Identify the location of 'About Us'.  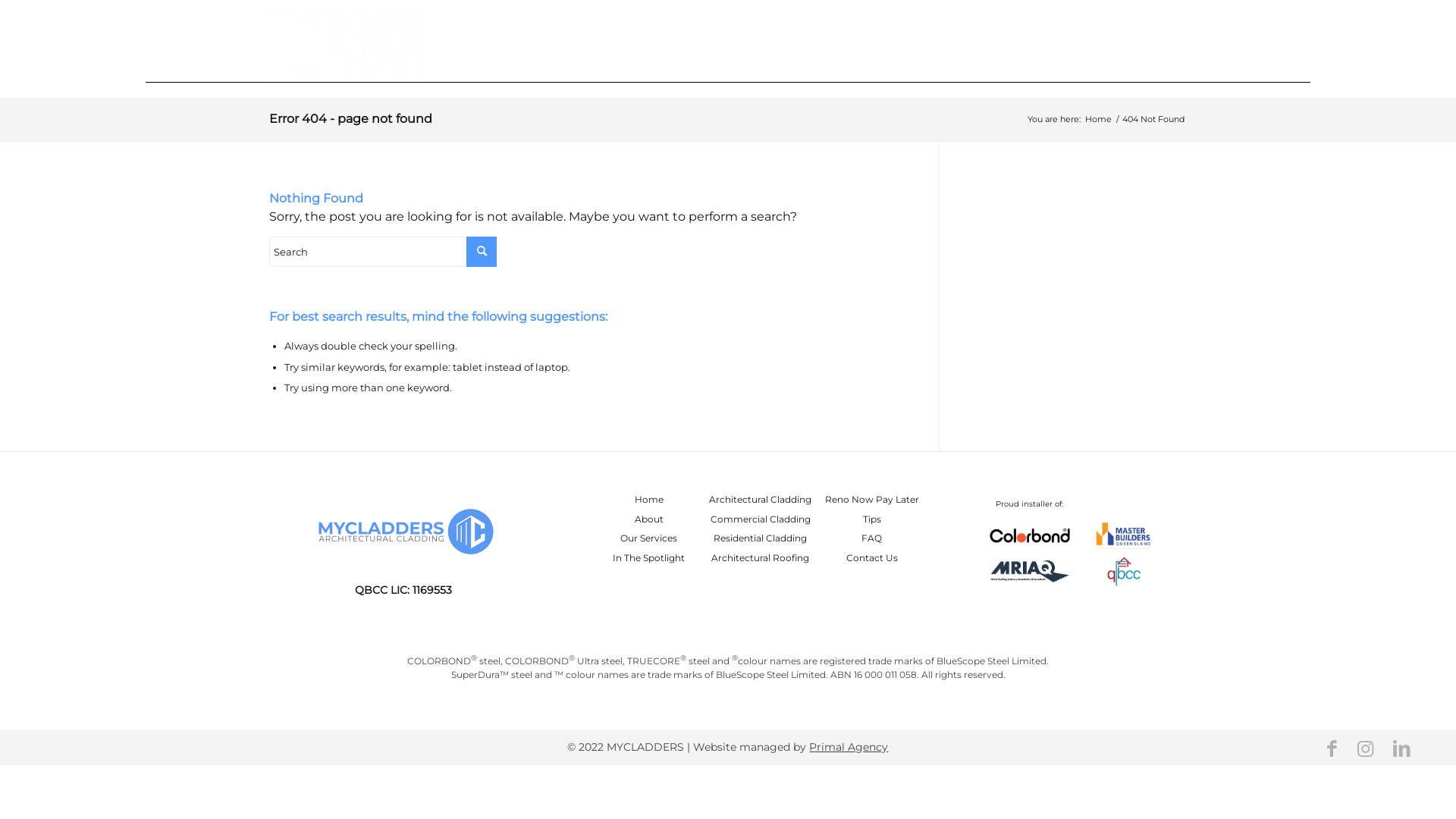
(852, 45).